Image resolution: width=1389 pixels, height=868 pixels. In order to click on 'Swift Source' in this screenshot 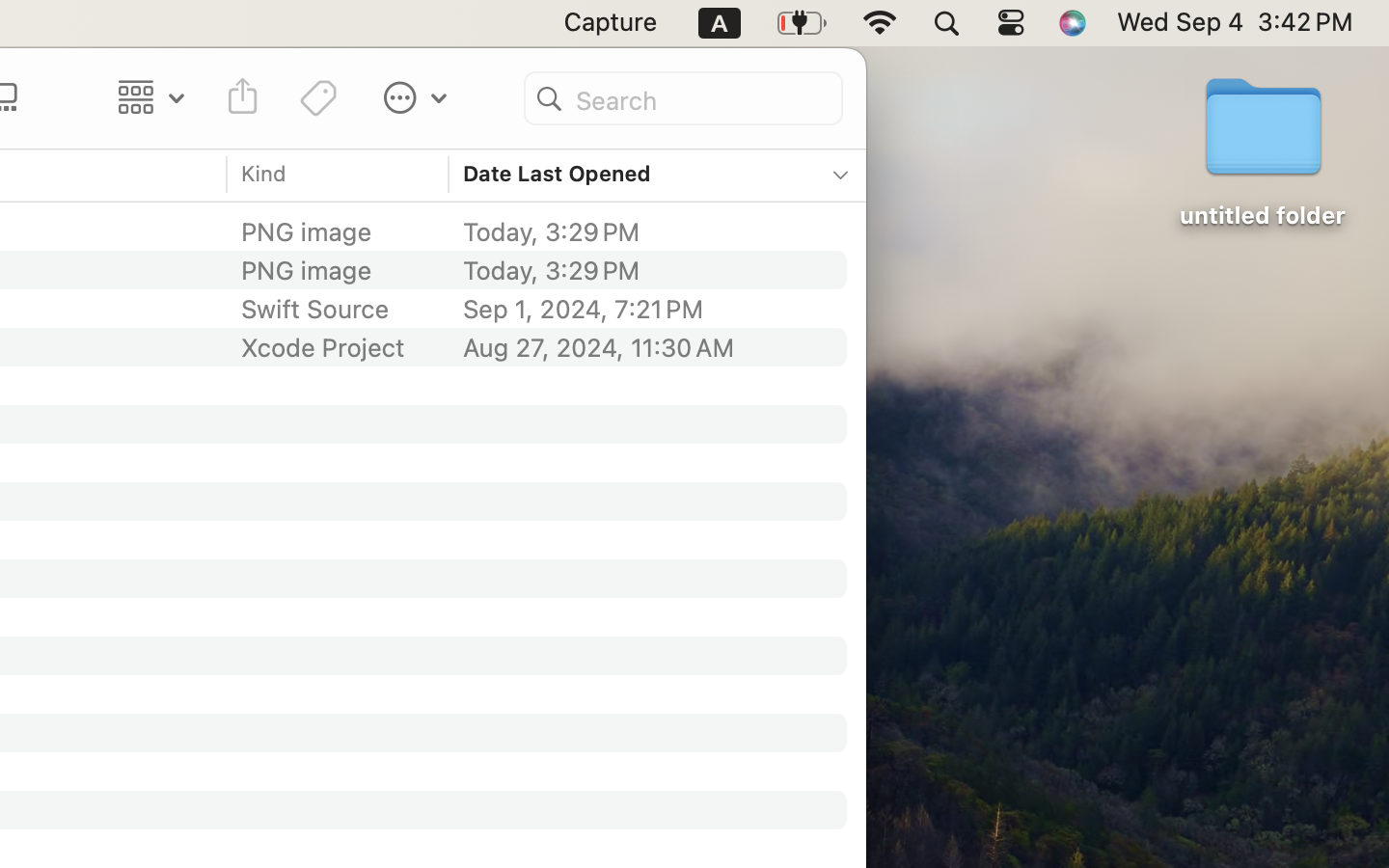, I will do `click(315, 308)`.